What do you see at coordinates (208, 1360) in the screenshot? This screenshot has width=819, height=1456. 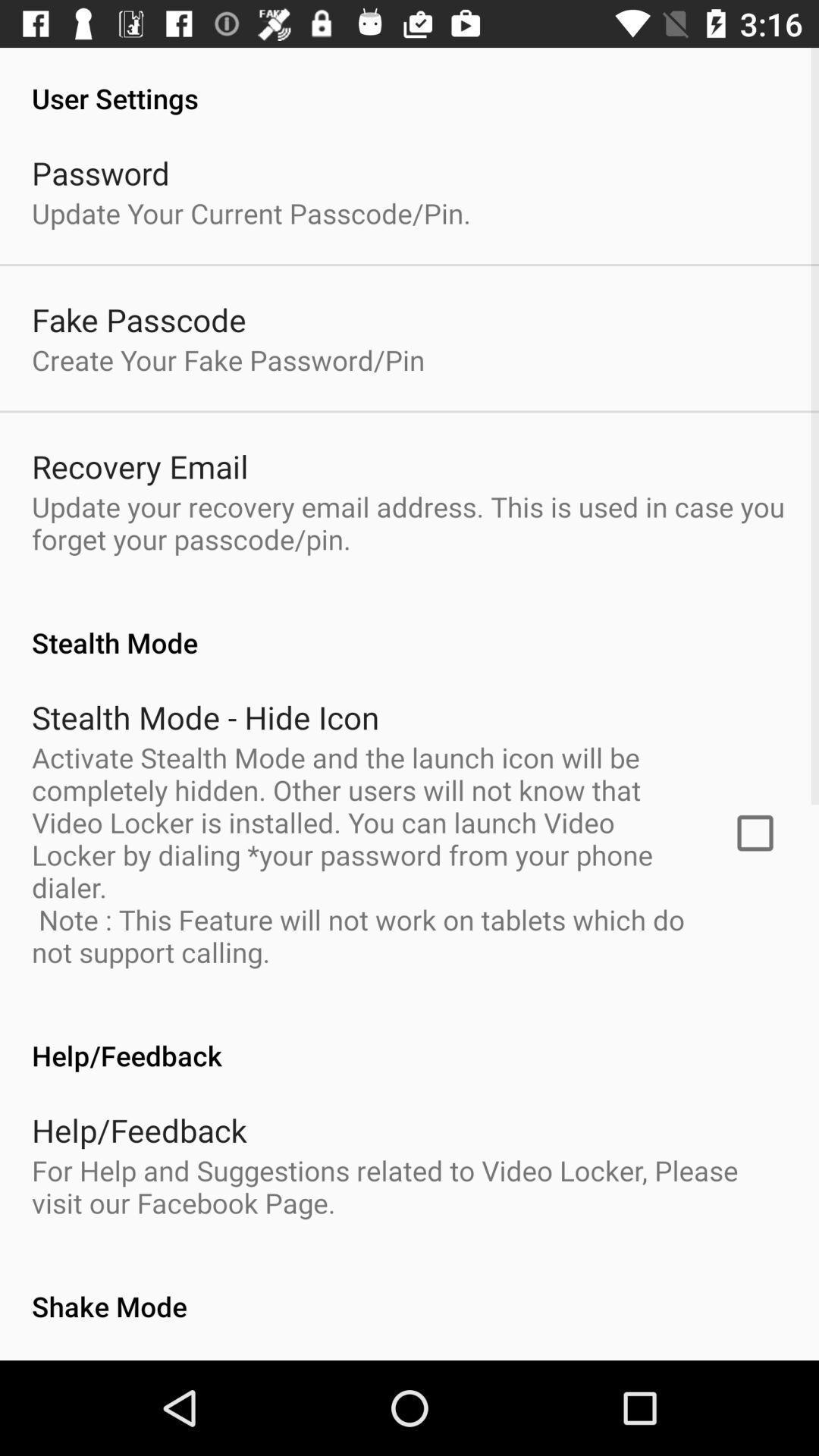 I see `the app below shake mode` at bounding box center [208, 1360].